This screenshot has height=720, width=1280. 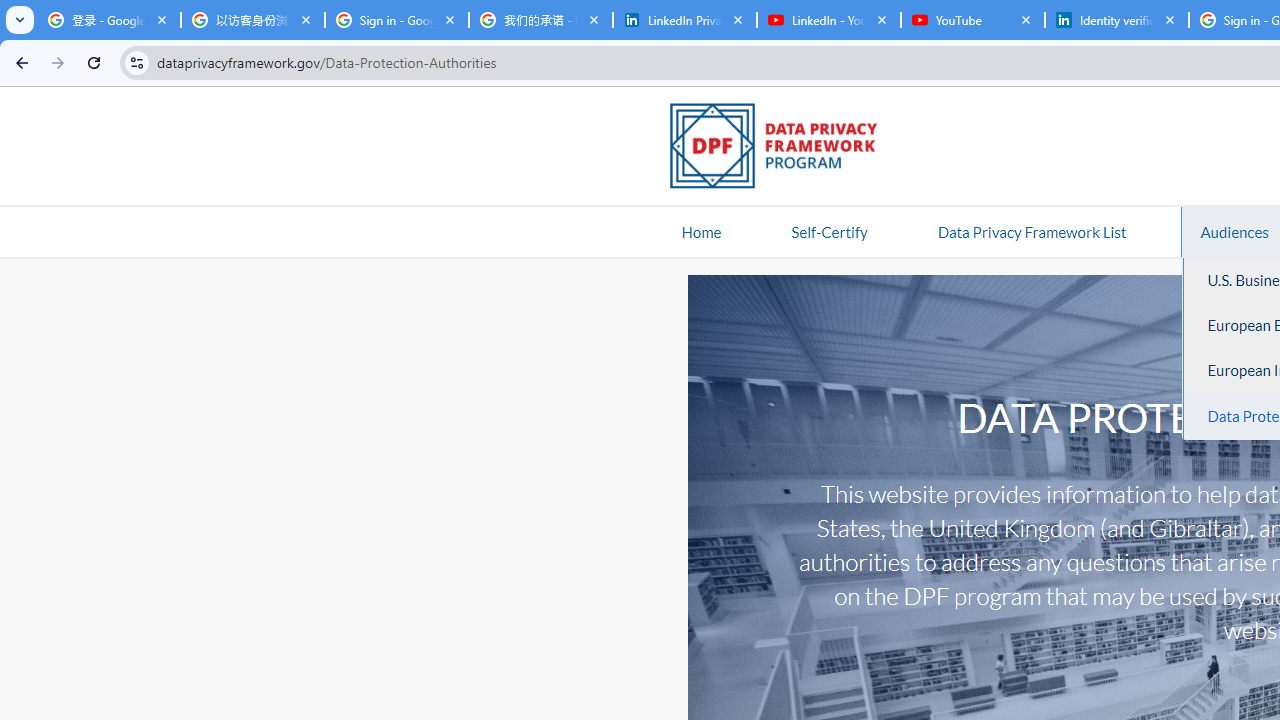 I want to click on 'Sign in - Google Accounts', so click(x=396, y=20).